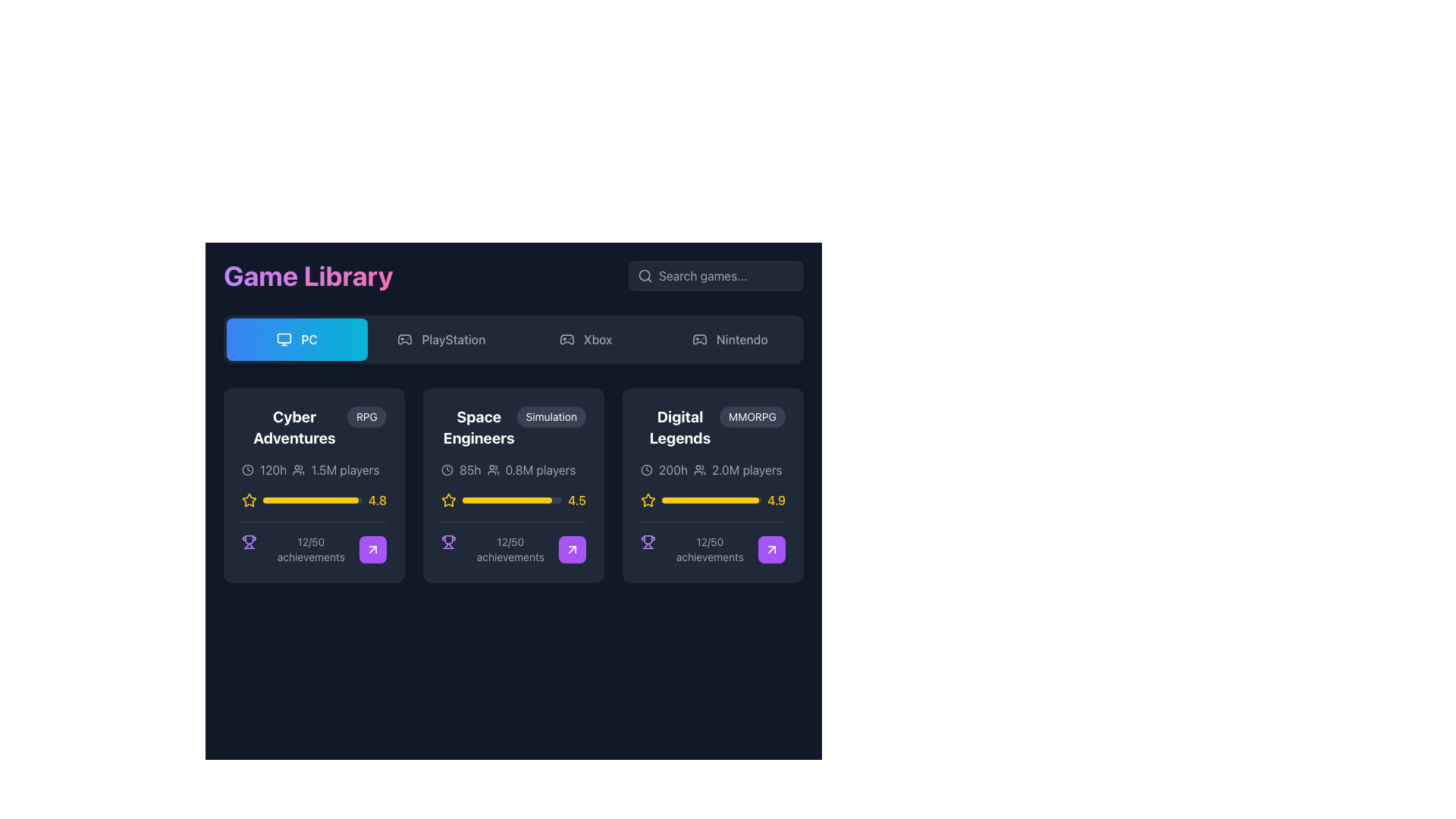 Image resolution: width=1456 pixels, height=819 pixels. What do you see at coordinates (297, 338) in the screenshot?
I see `the 'PC' button, which is the first button in a row of four similar buttons styled with a blue to cyan gradient and containing a computer monitor icon and white text` at bounding box center [297, 338].